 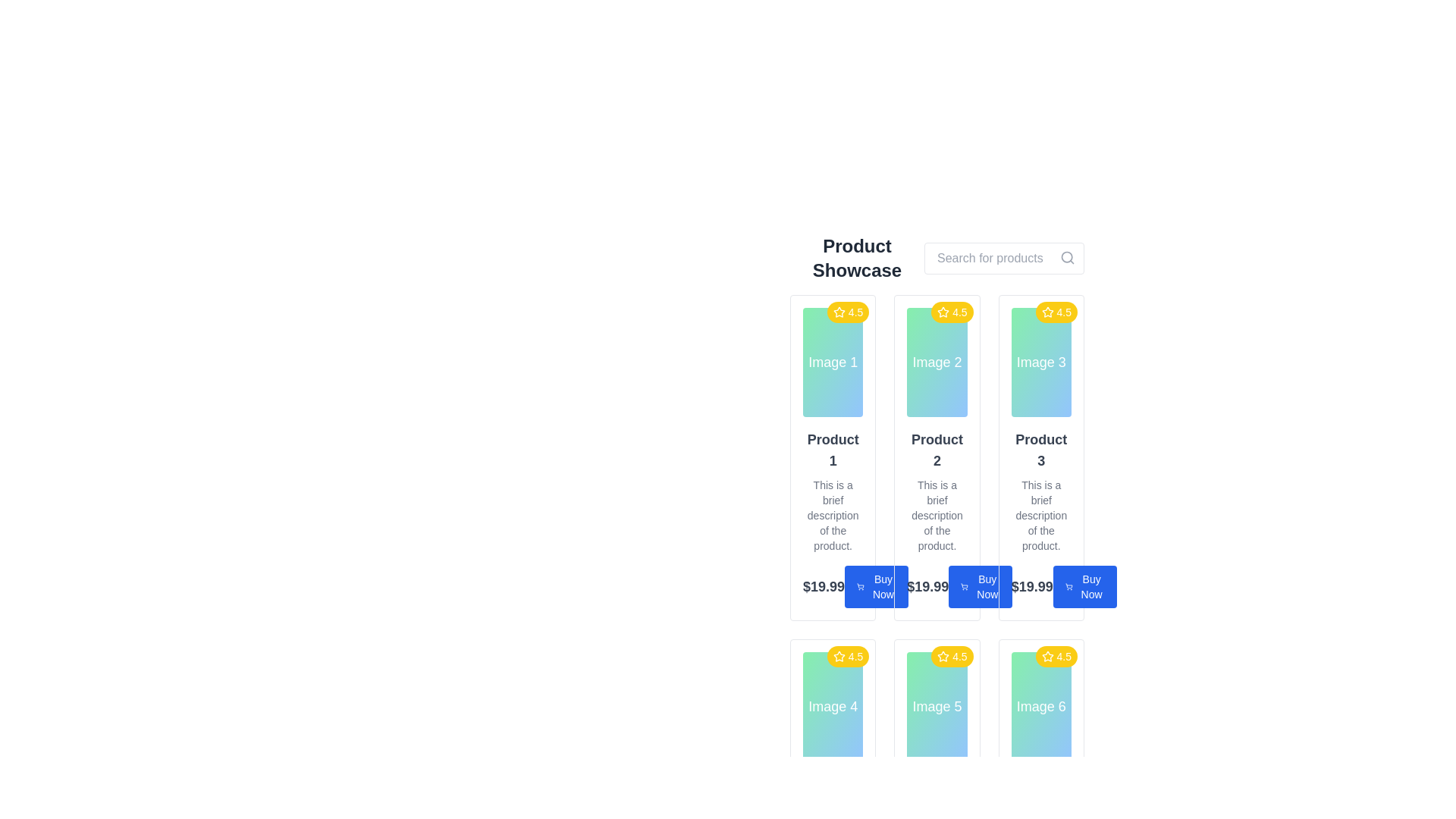 What do you see at coordinates (1040, 362) in the screenshot?
I see `text 'Image 3' displayed in a bold white font within the third column of a three-column grid layout, centered in its card above the 'Product 3' title` at bounding box center [1040, 362].